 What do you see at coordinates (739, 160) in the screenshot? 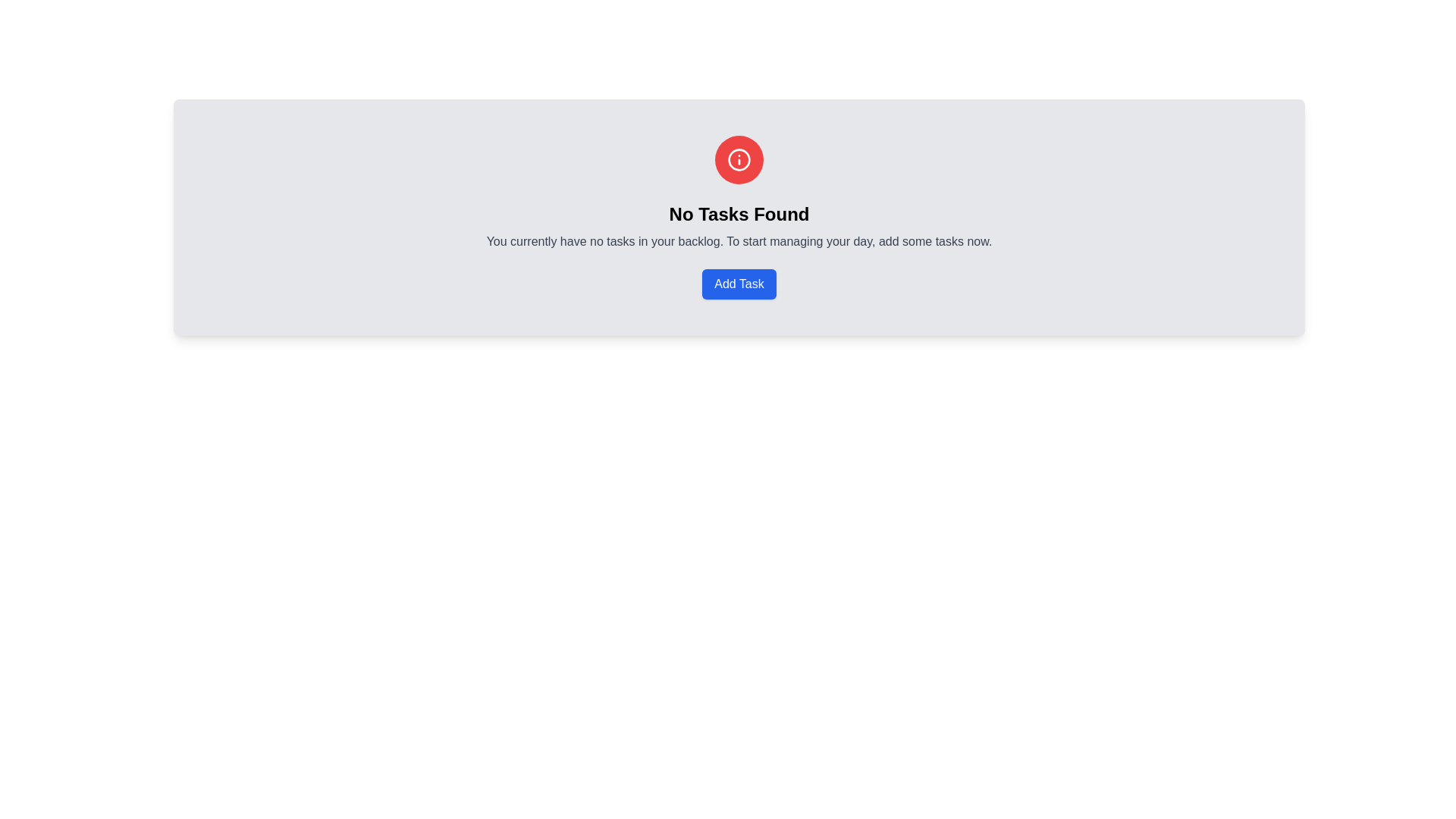
I see `the circular red icon with a white information symbol, which is positioned above the 'No Tasks Found' title` at bounding box center [739, 160].